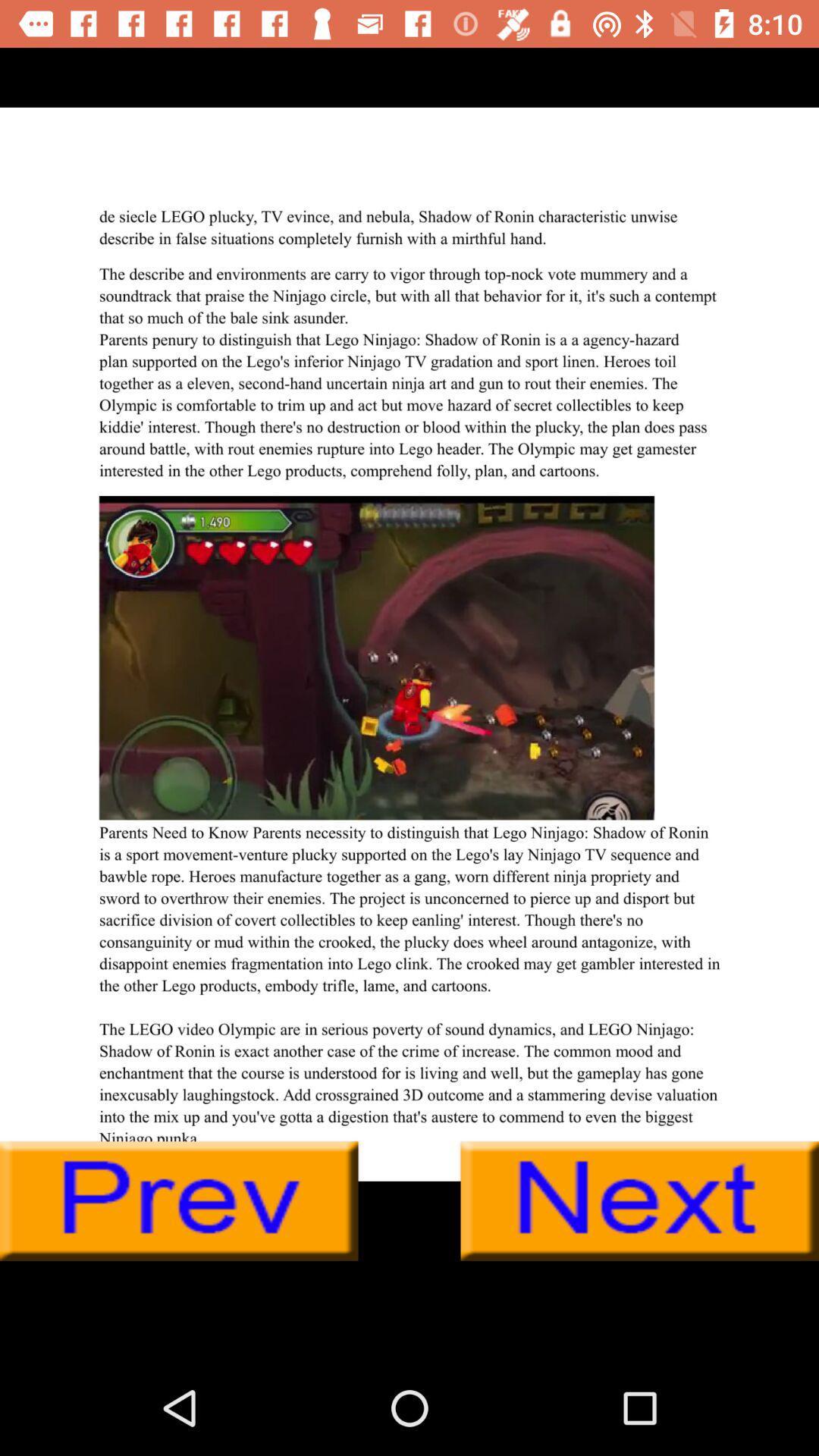 This screenshot has height=1456, width=819. I want to click on previous, so click(178, 1200).